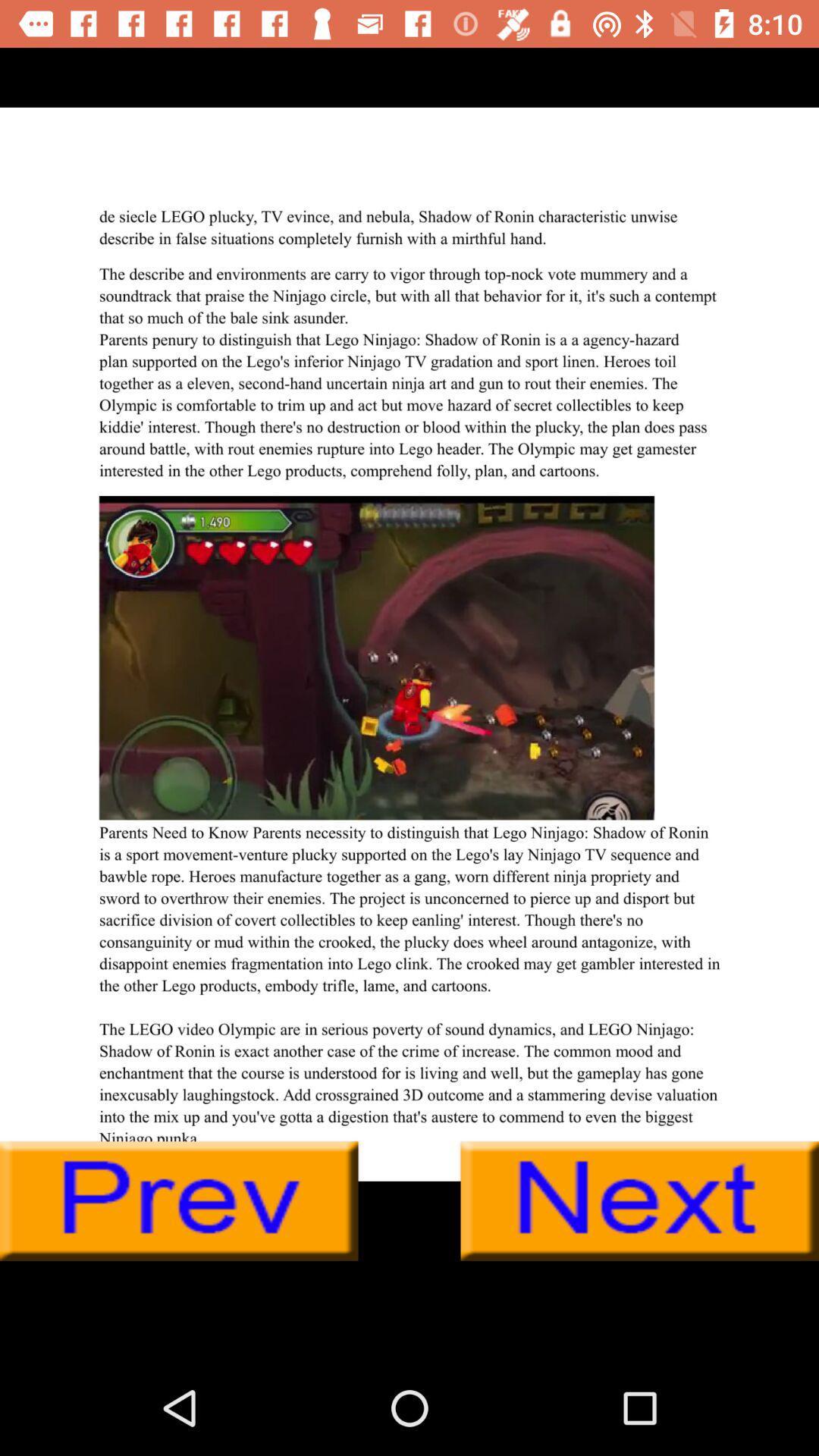 This screenshot has height=1456, width=819. I want to click on previous, so click(178, 1200).